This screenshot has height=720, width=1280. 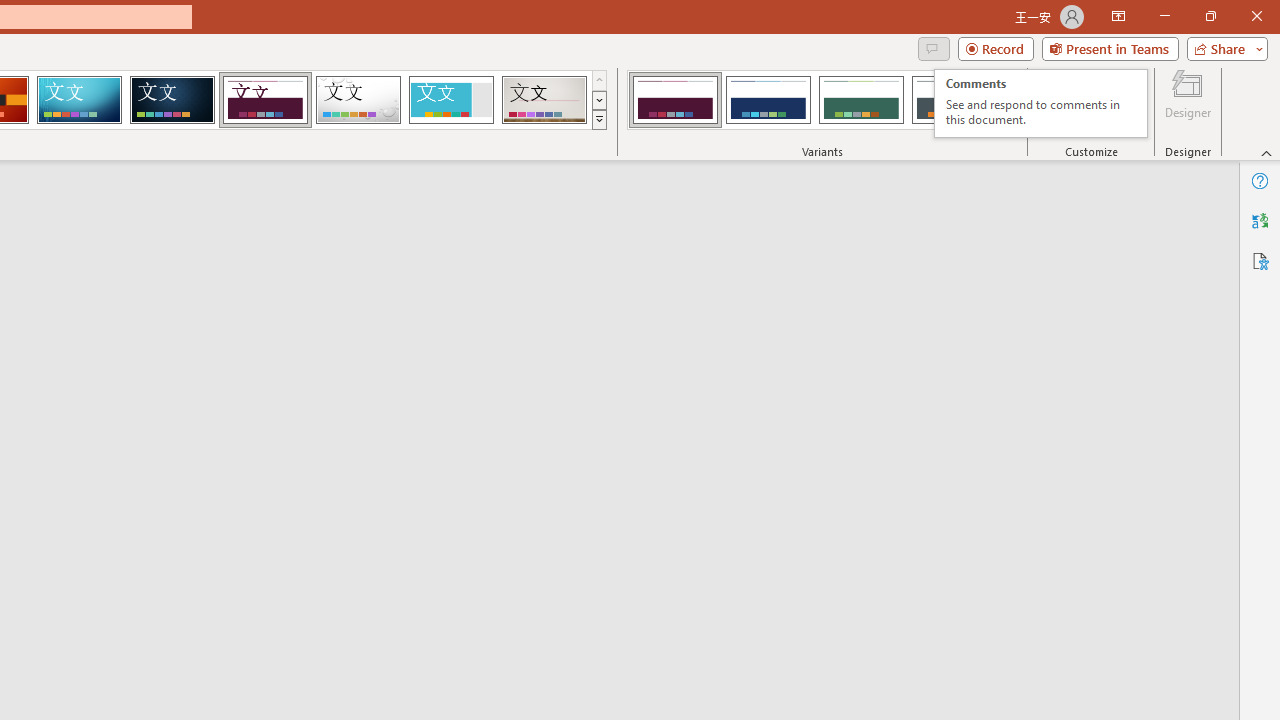 I want to click on 'Droplet', so click(x=358, y=100).